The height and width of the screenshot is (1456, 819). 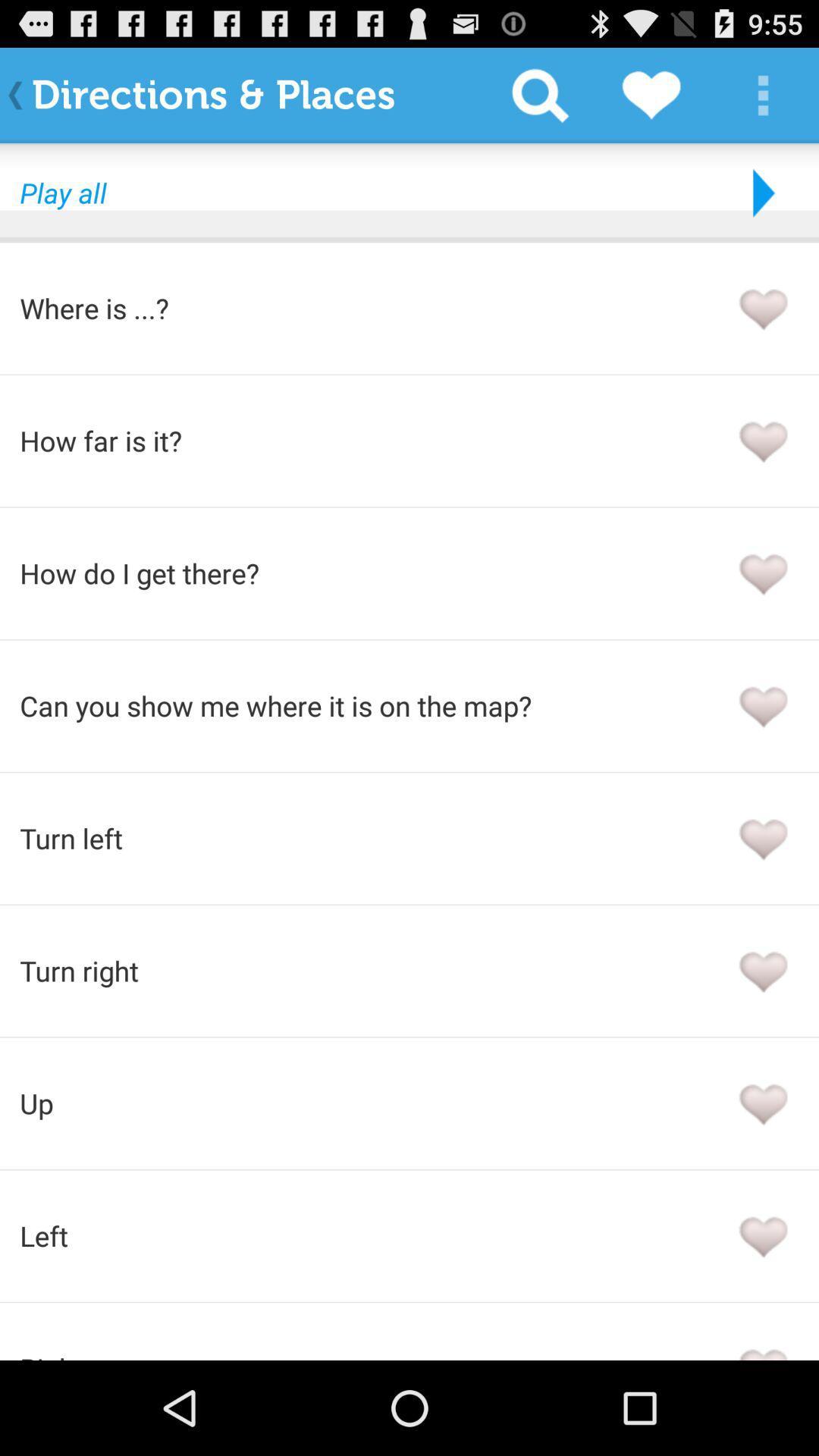 What do you see at coordinates (760, 206) in the screenshot?
I see `the play icon` at bounding box center [760, 206].